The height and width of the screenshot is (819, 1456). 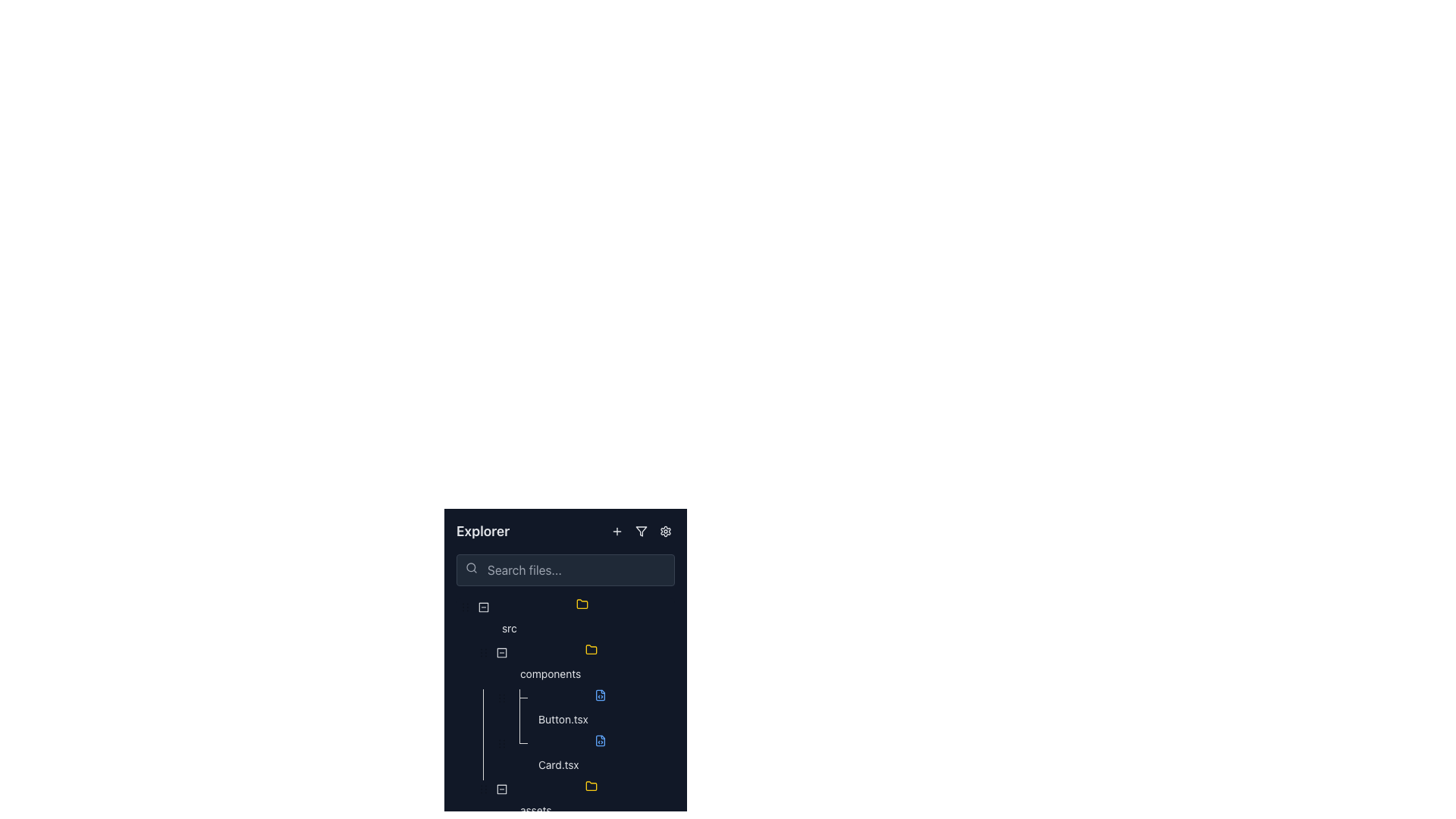 What do you see at coordinates (557, 765) in the screenshot?
I see `the text label displaying the filename 'Card.tsx' in white on a dark background` at bounding box center [557, 765].